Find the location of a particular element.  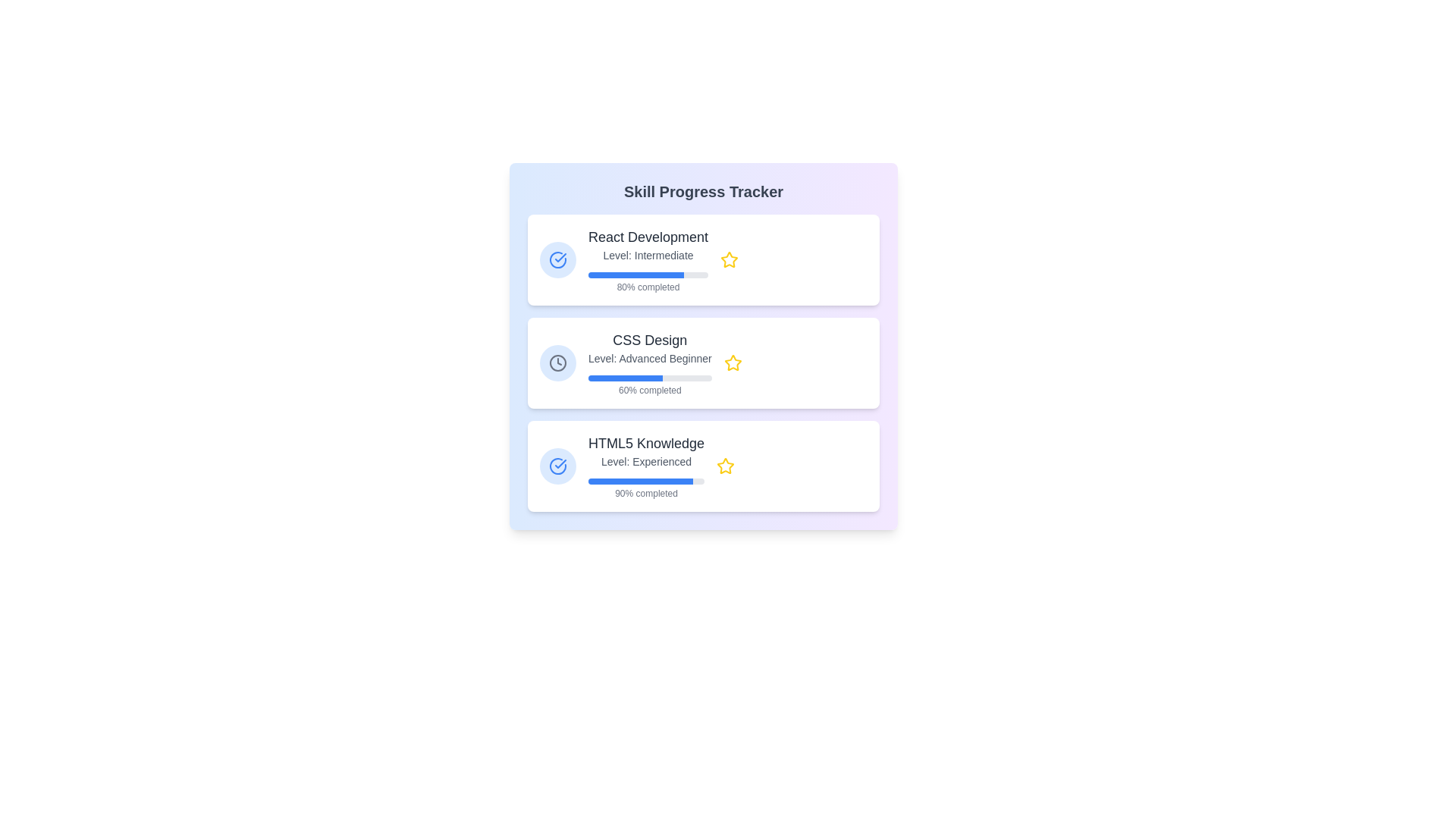

text label displaying '60% completed' beneath the progress bar in the CSS Design skill progress tracker card is located at coordinates (650, 383).